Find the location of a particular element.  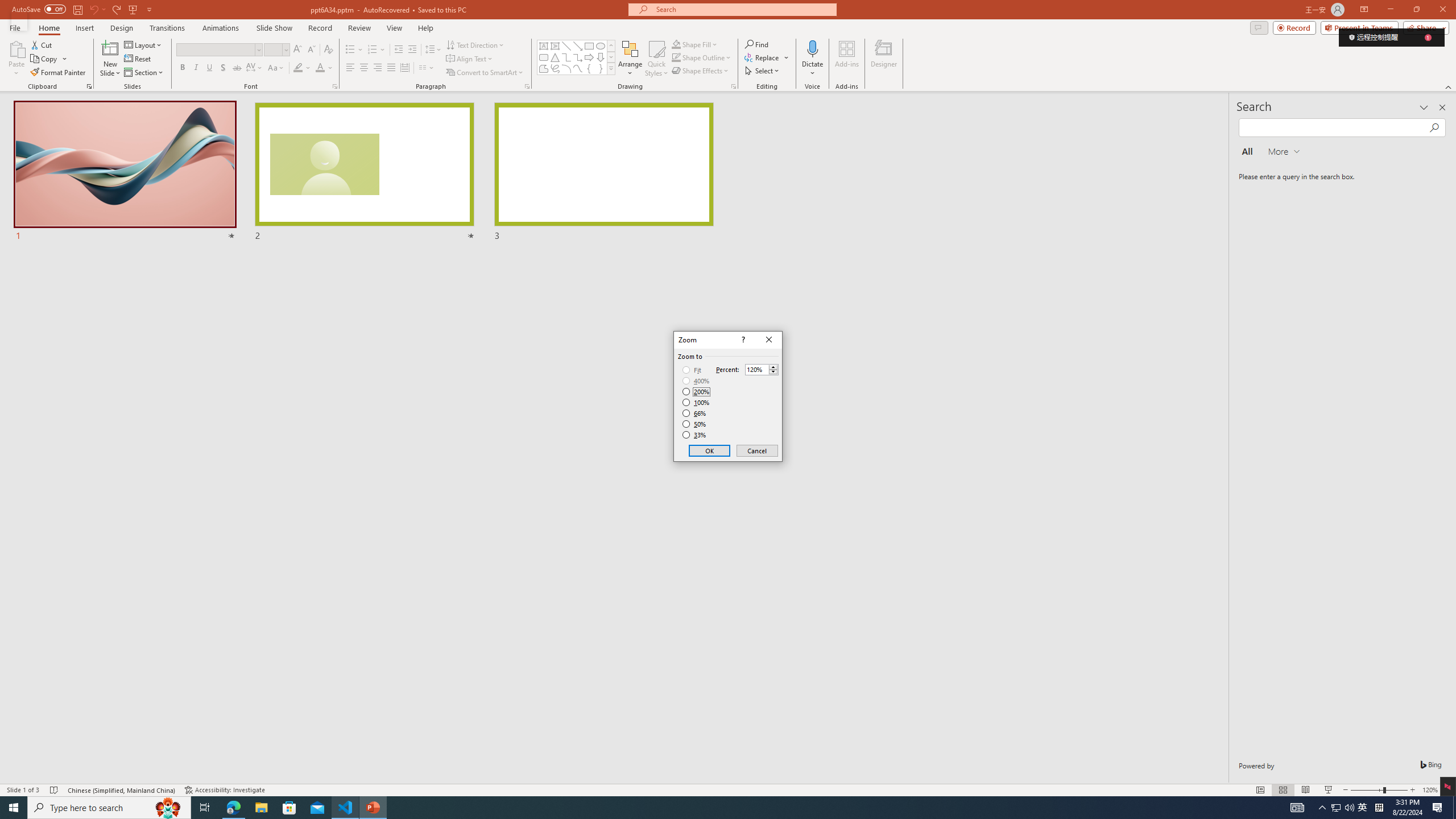

'Search highlights icon opens search home window' is located at coordinates (167, 806).